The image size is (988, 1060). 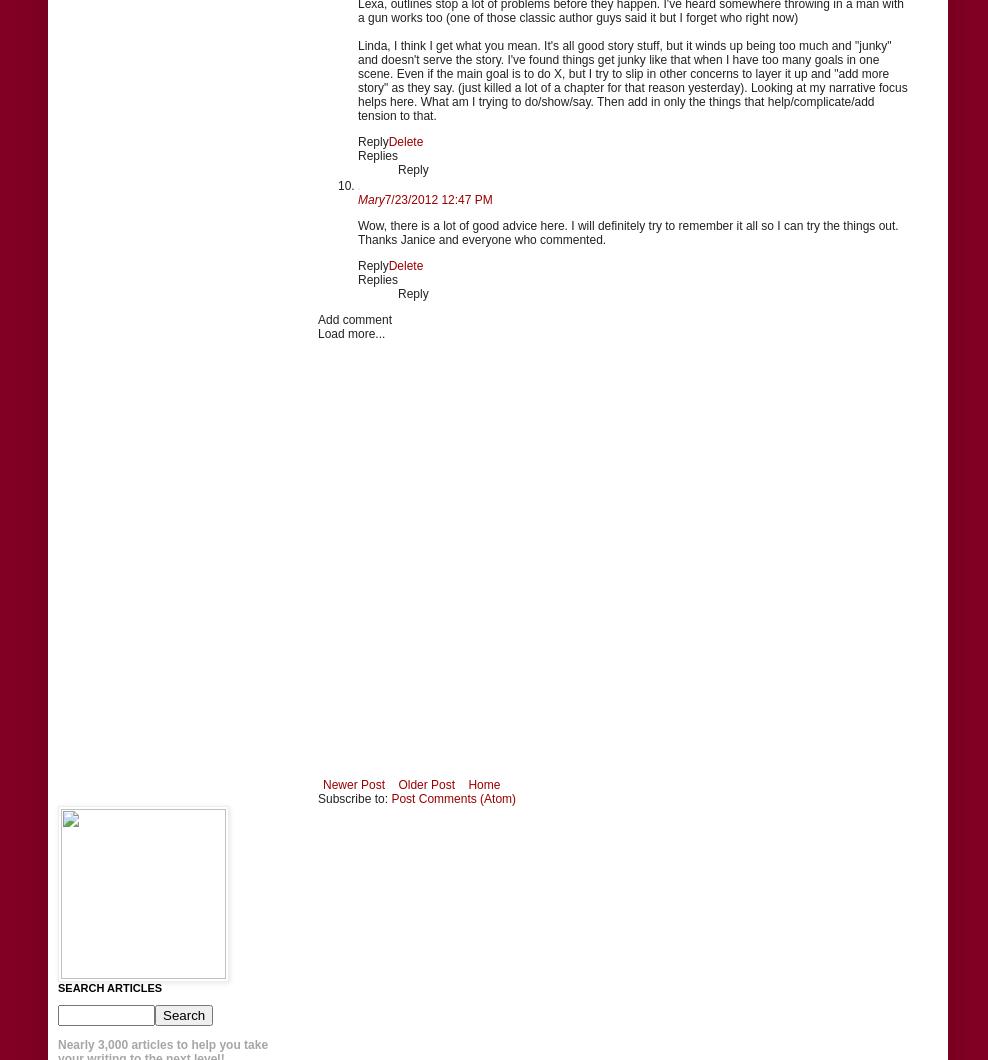 What do you see at coordinates (351, 333) in the screenshot?
I see `'Load more...'` at bounding box center [351, 333].